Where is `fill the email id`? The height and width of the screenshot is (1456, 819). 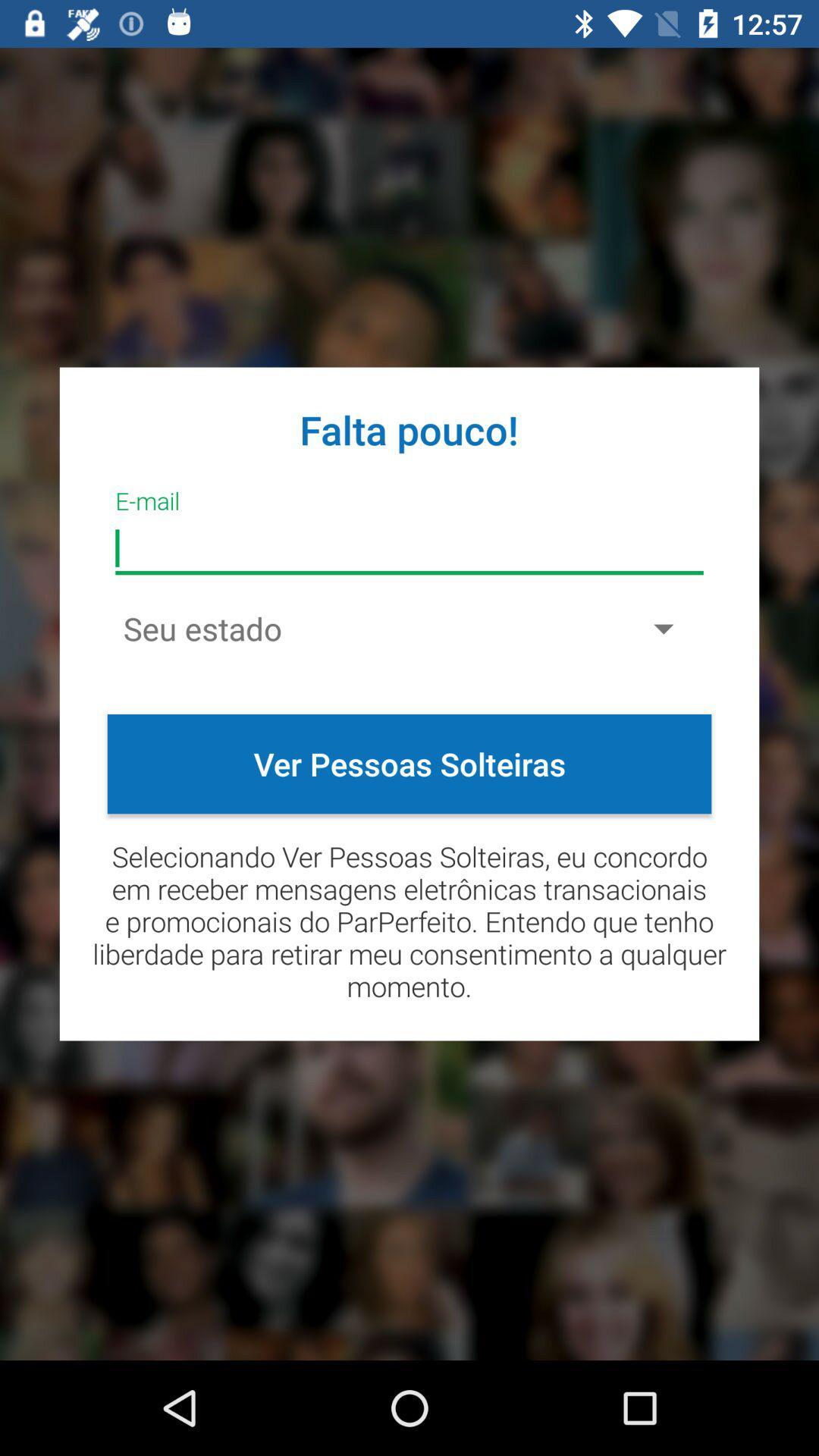 fill the email id is located at coordinates (409, 548).